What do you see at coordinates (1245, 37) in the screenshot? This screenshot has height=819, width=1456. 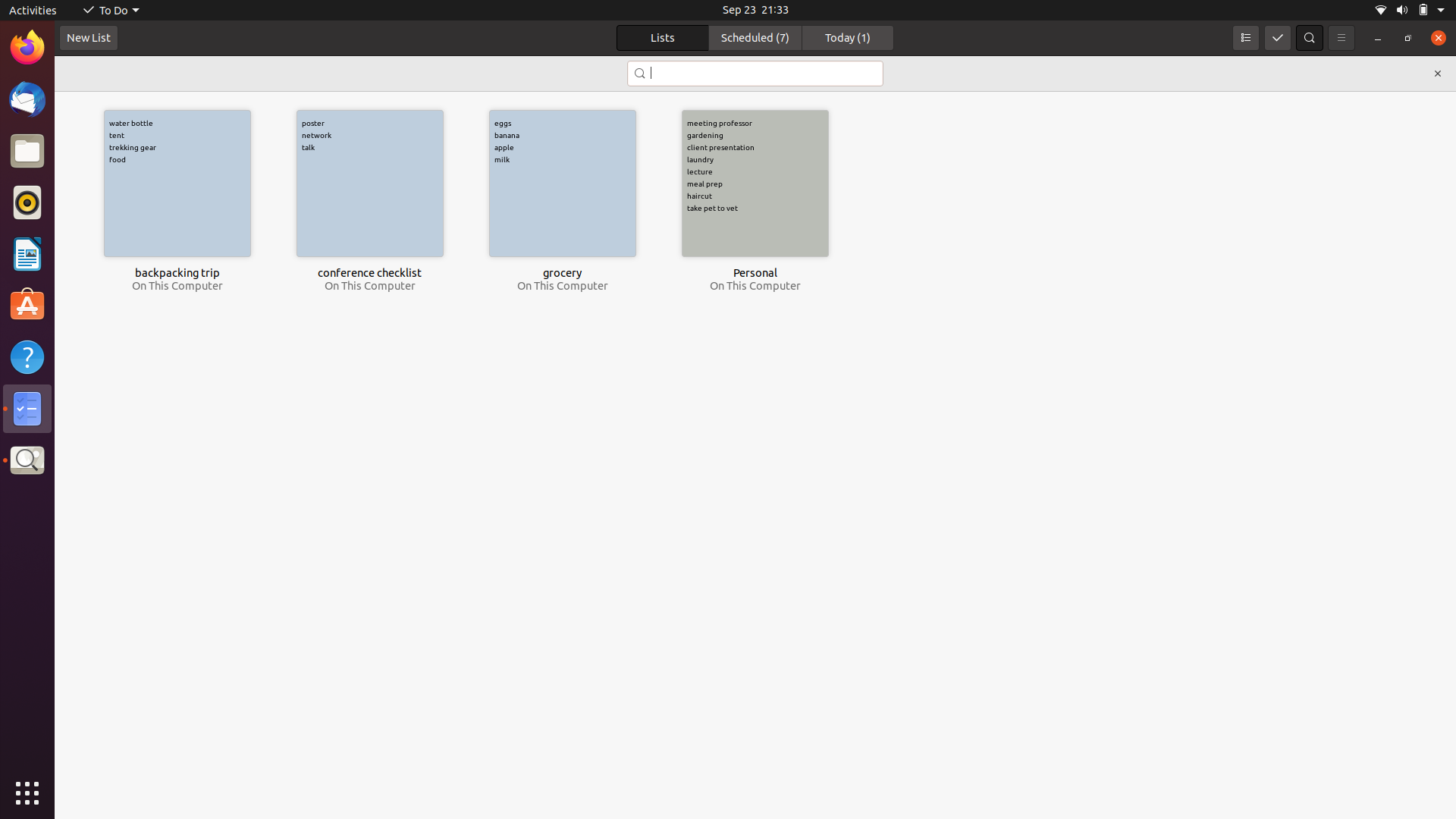 I see `Change to list format` at bounding box center [1245, 37].